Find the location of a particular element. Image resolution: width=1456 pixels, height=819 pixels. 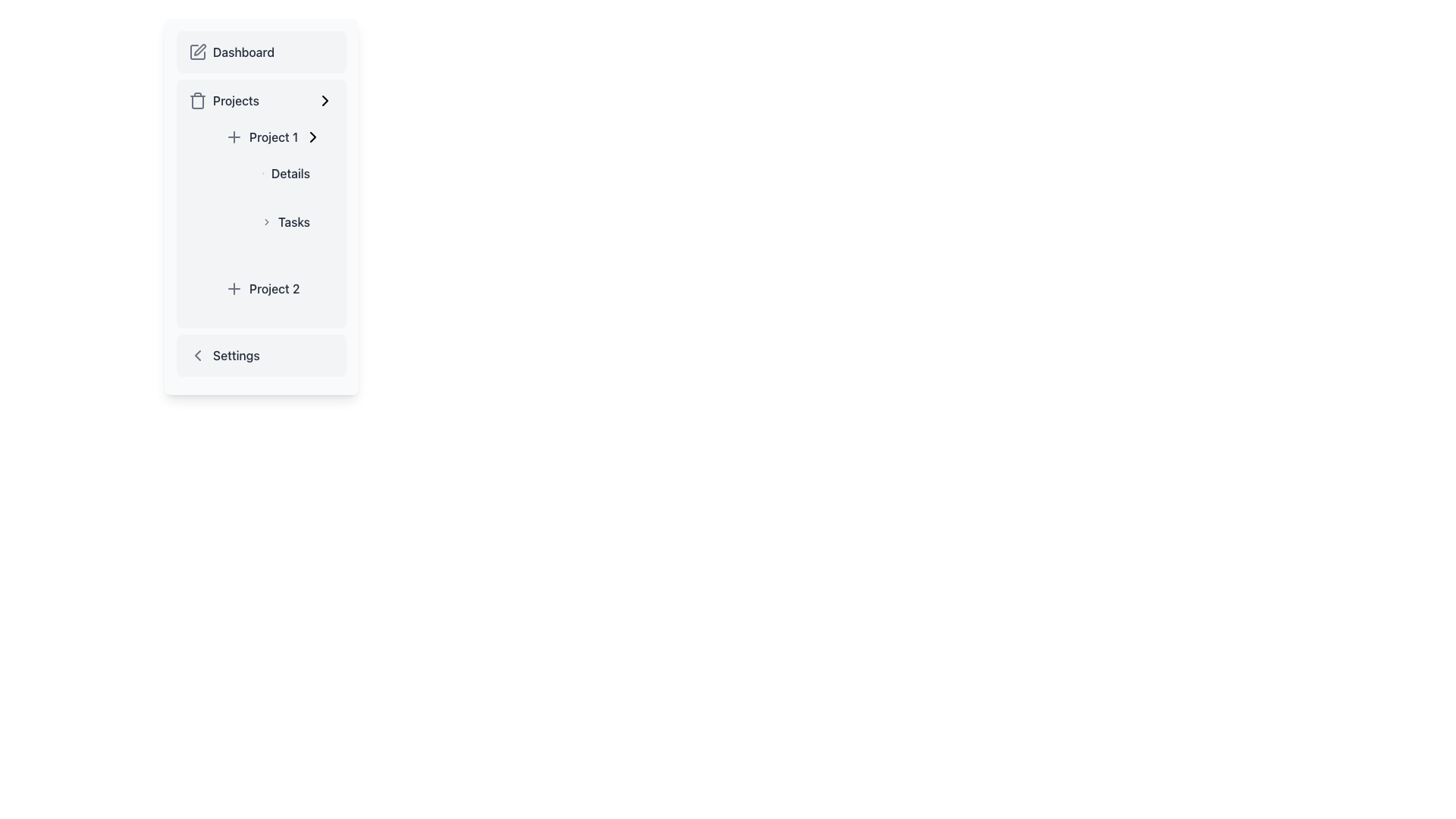

on the list item labeled 'Project 2', which consists of a '+' icon and the text 'Project 2' is located at coordinates (273, 289).